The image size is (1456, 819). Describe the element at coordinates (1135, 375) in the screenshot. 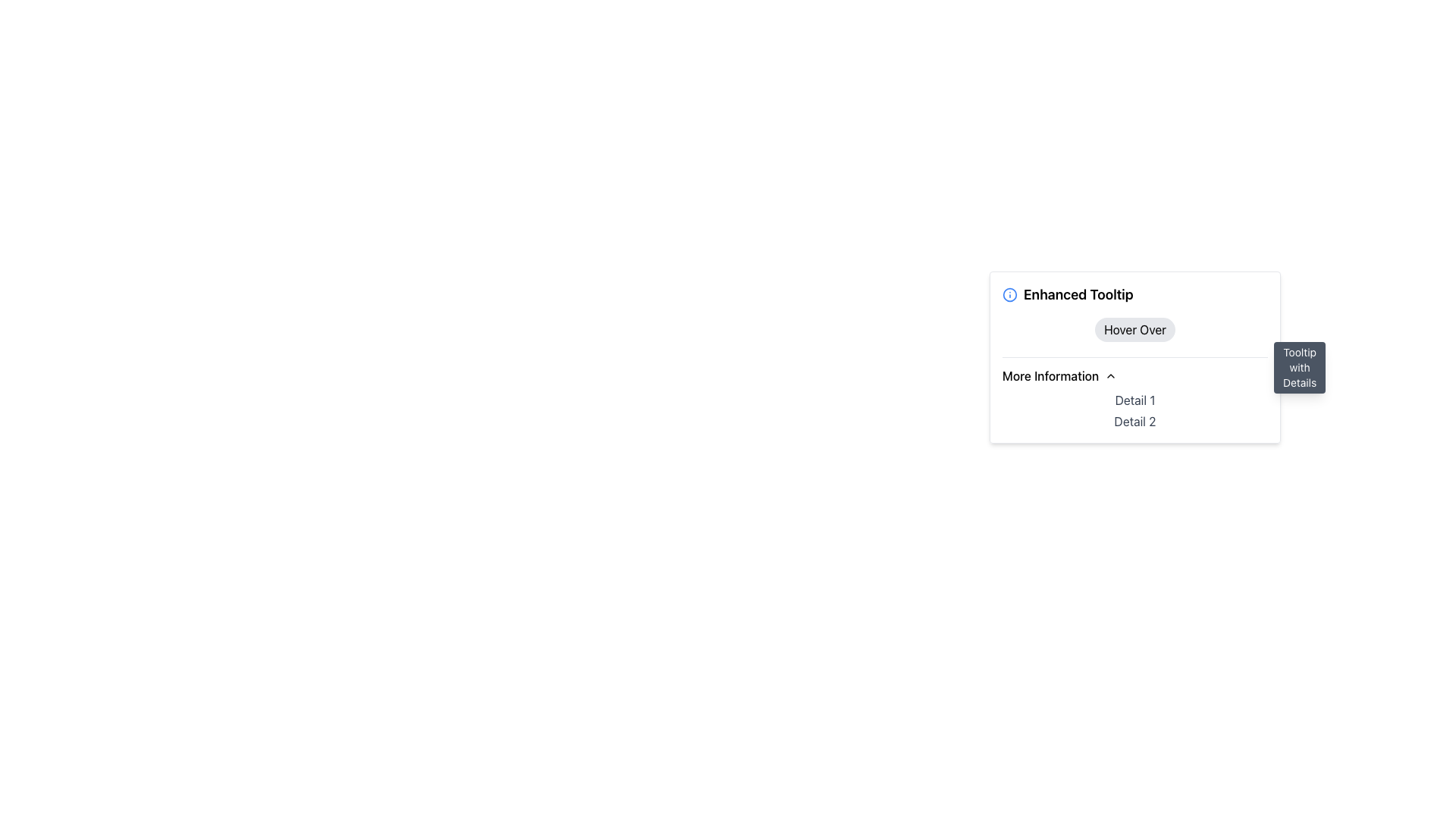

I see `the Dropdown toggle button located above 'Detail 1' and 'Detail 2'` at that location.